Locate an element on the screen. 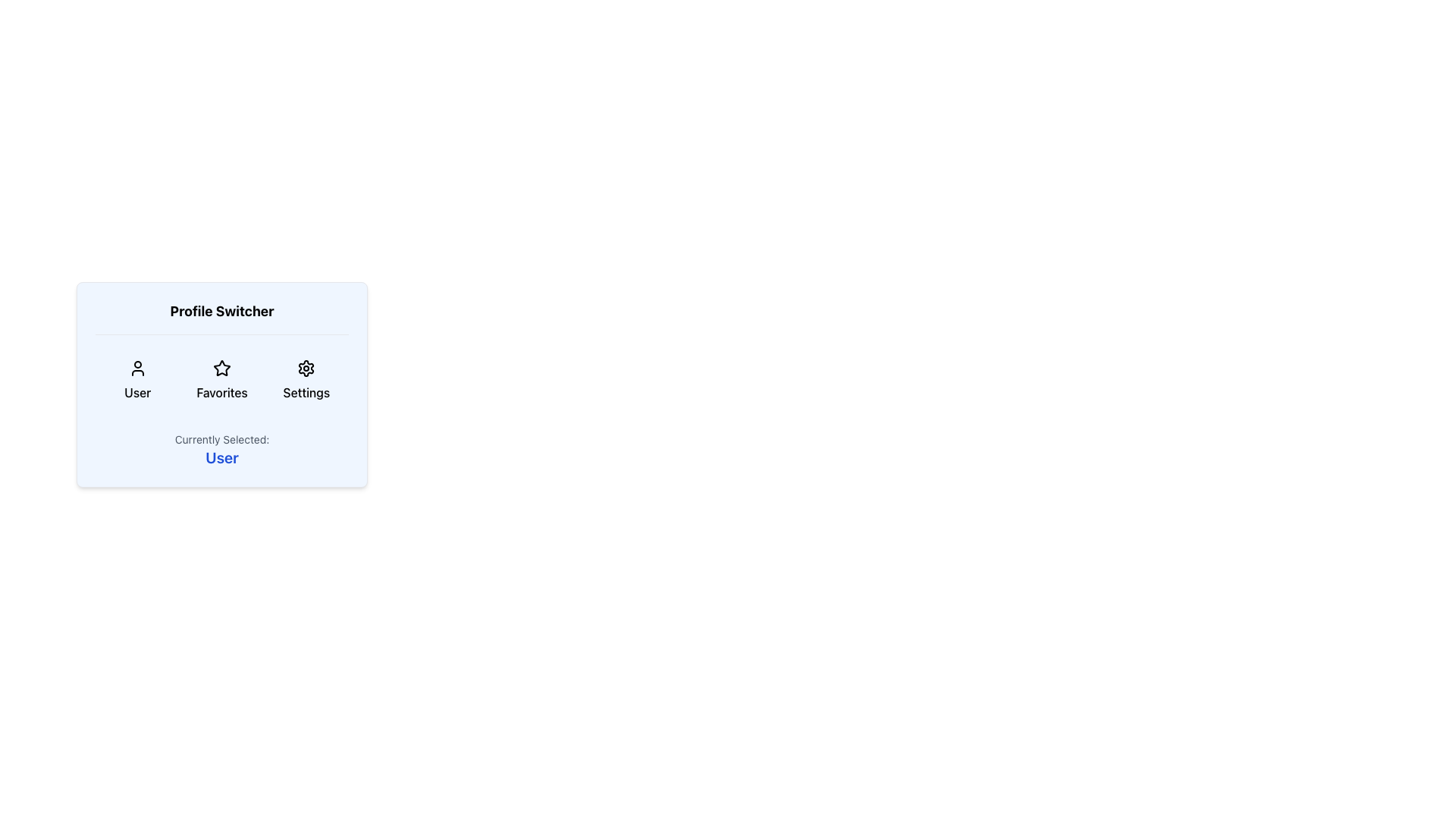 The height and width of the screenshot is (819, 1456). star icon representing the 'Favorites' section by using developer tools is located at coordinates (221, 369).